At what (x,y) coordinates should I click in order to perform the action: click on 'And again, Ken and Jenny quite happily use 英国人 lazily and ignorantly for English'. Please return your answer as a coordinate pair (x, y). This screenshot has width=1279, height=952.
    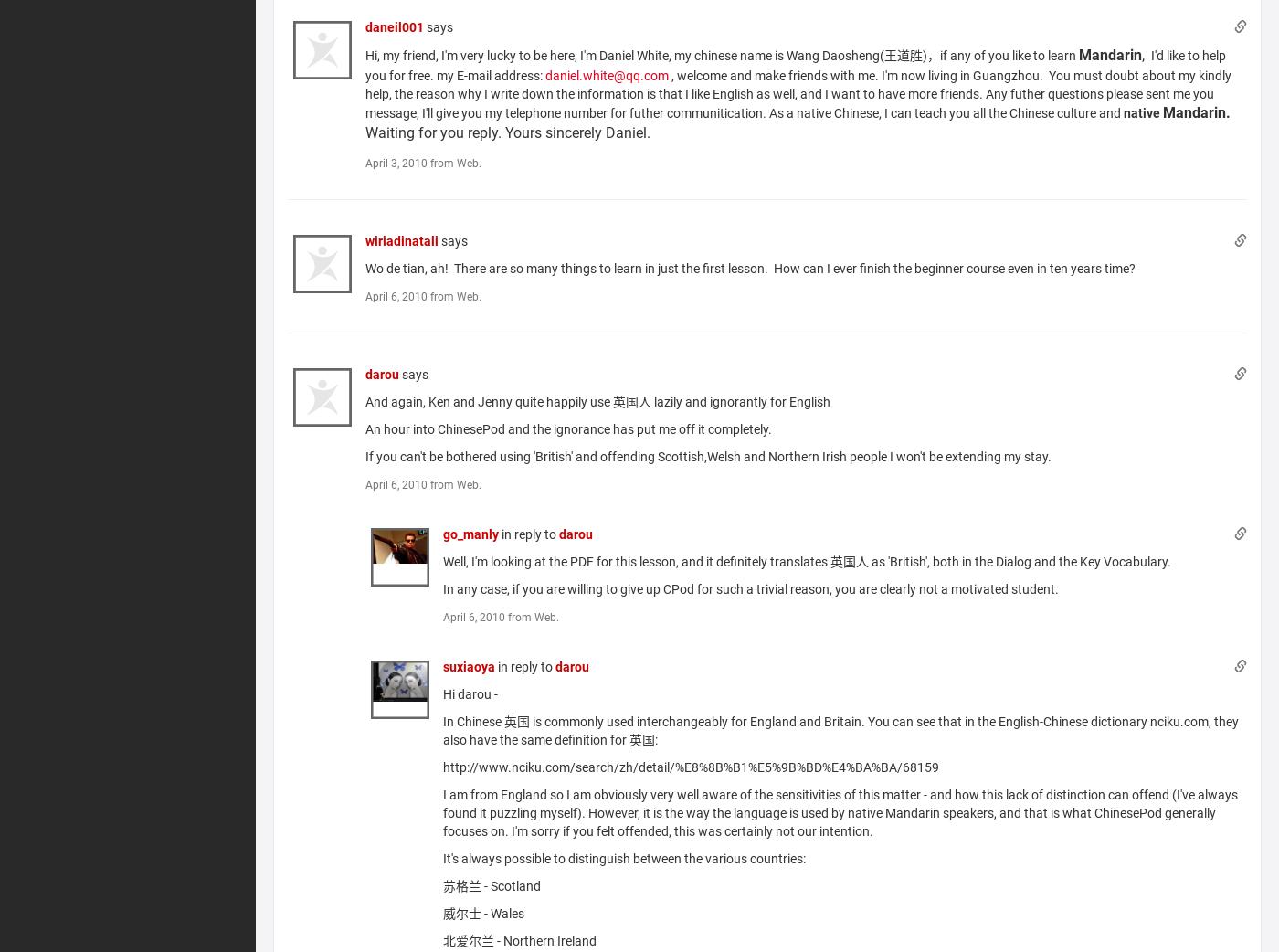
    Looking at the image, I should click on (597, 402).